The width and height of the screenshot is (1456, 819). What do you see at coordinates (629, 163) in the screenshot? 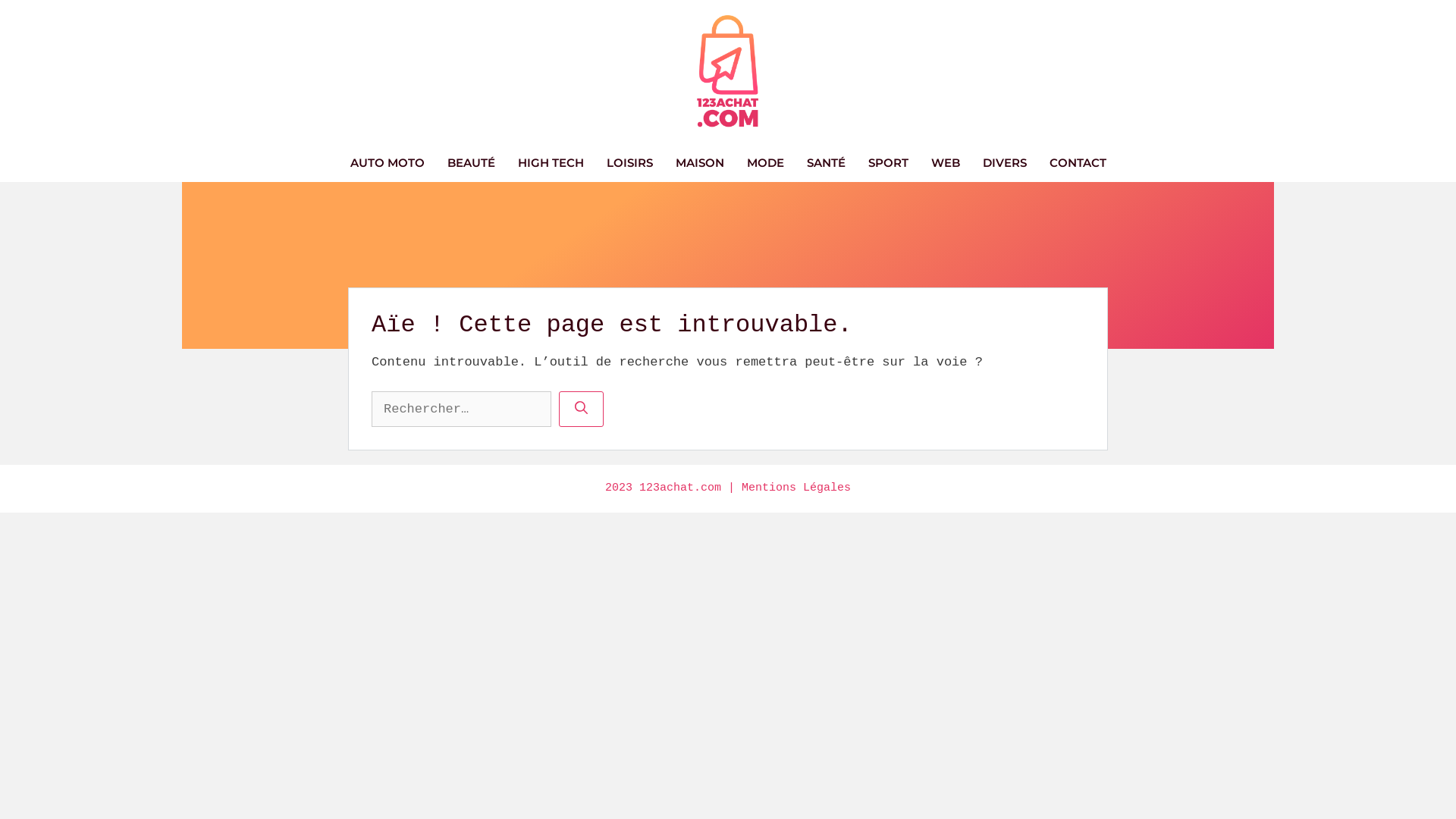
I see `'LOISIRS'` at bounding box center [629, 163].